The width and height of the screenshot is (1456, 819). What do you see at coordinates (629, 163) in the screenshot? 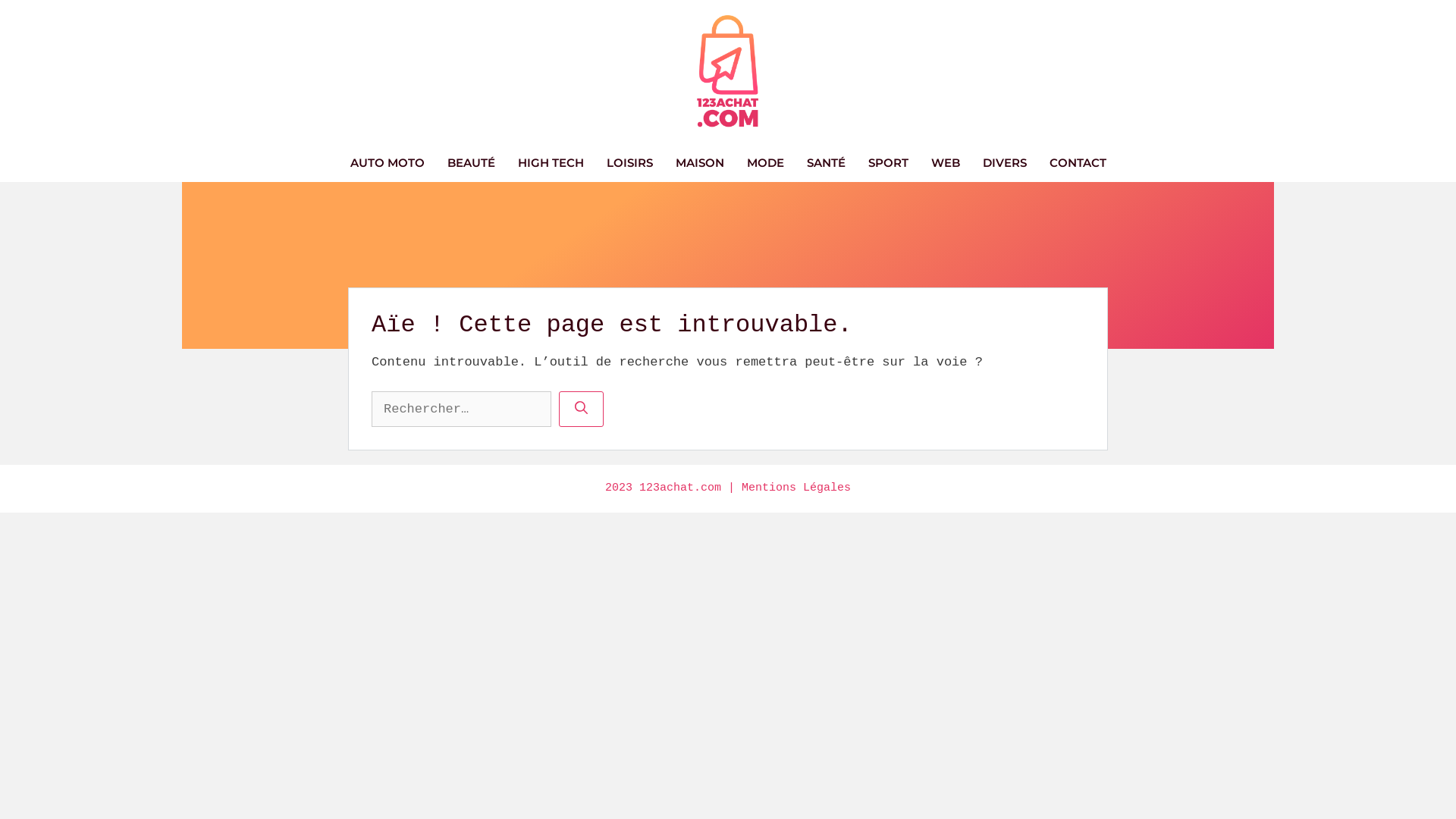
I see `'LOISIRS'` at bounding box center [629, 163].